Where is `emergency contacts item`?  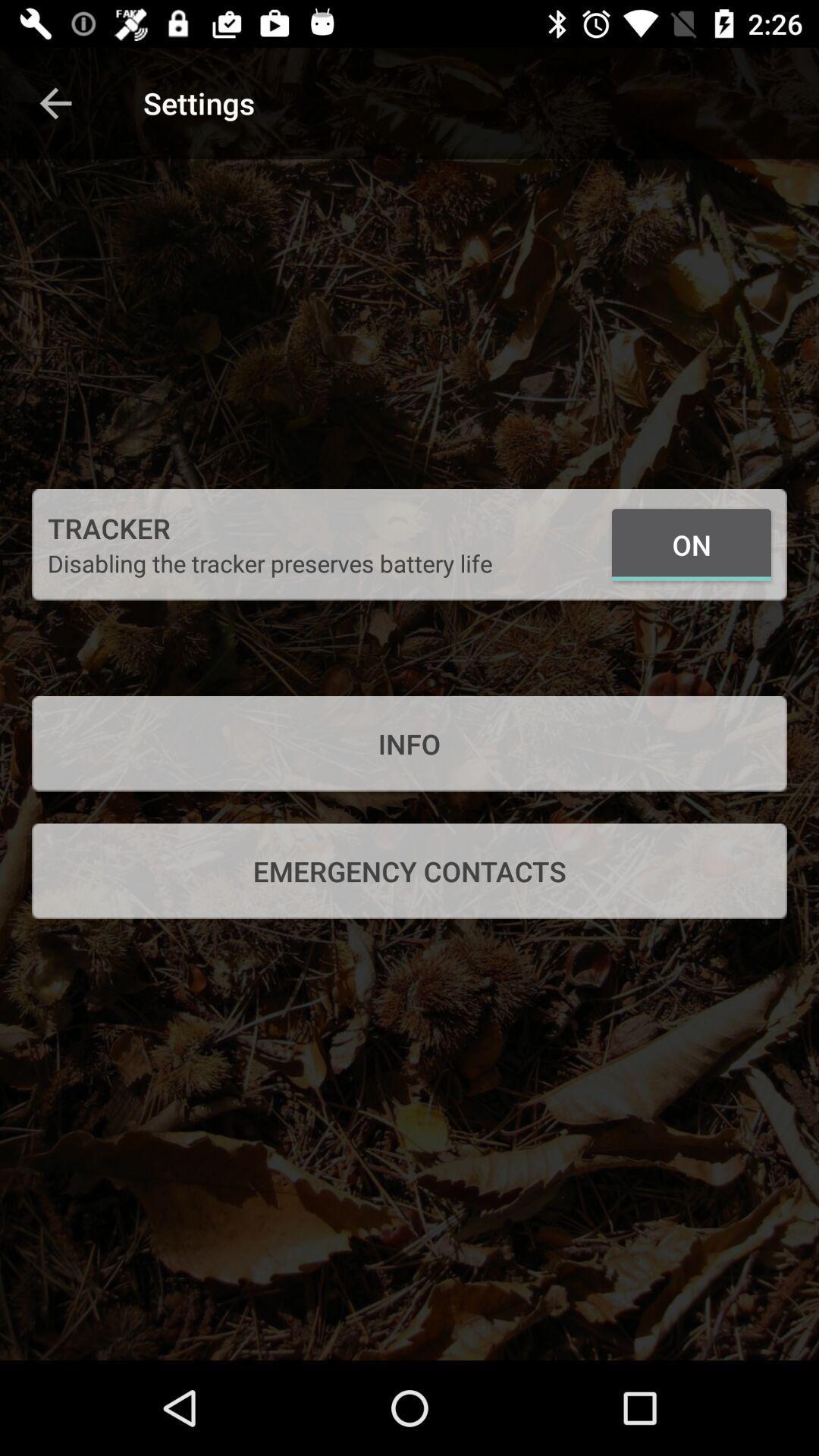 emergency contacts item is located at coordinates (409, 871).